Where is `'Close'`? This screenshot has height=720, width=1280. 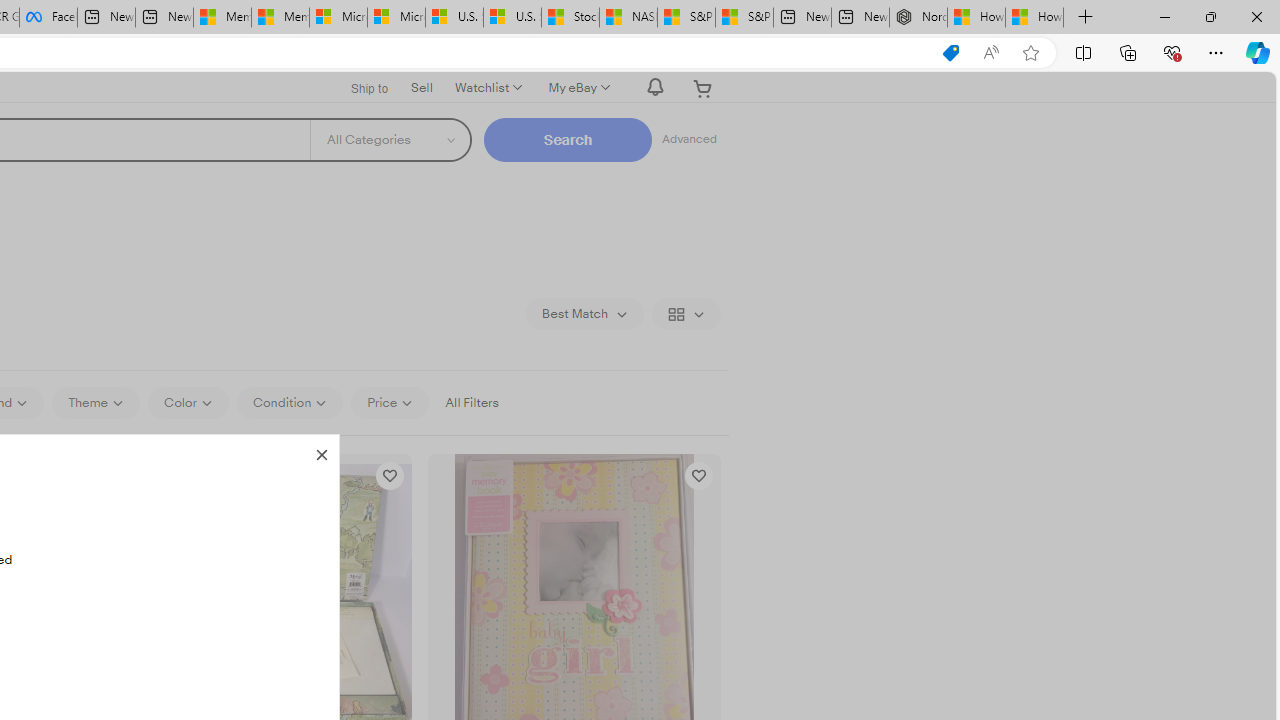 'Close' is located at coordinates (321, 452).